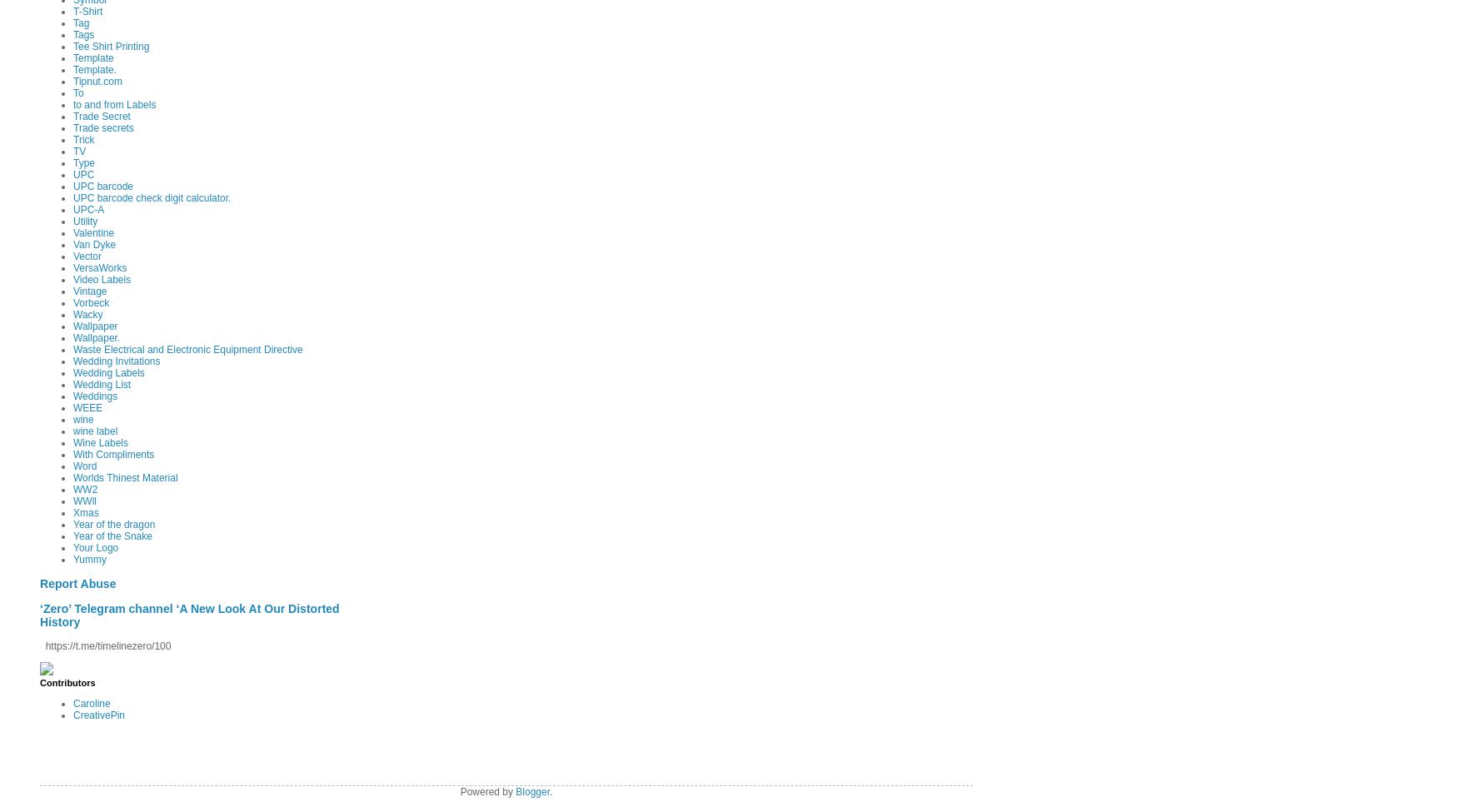 The image size is (1461, 812). Describe the element at coordinates (78, 149) in the screenshot. I see `'TV'` at that location.